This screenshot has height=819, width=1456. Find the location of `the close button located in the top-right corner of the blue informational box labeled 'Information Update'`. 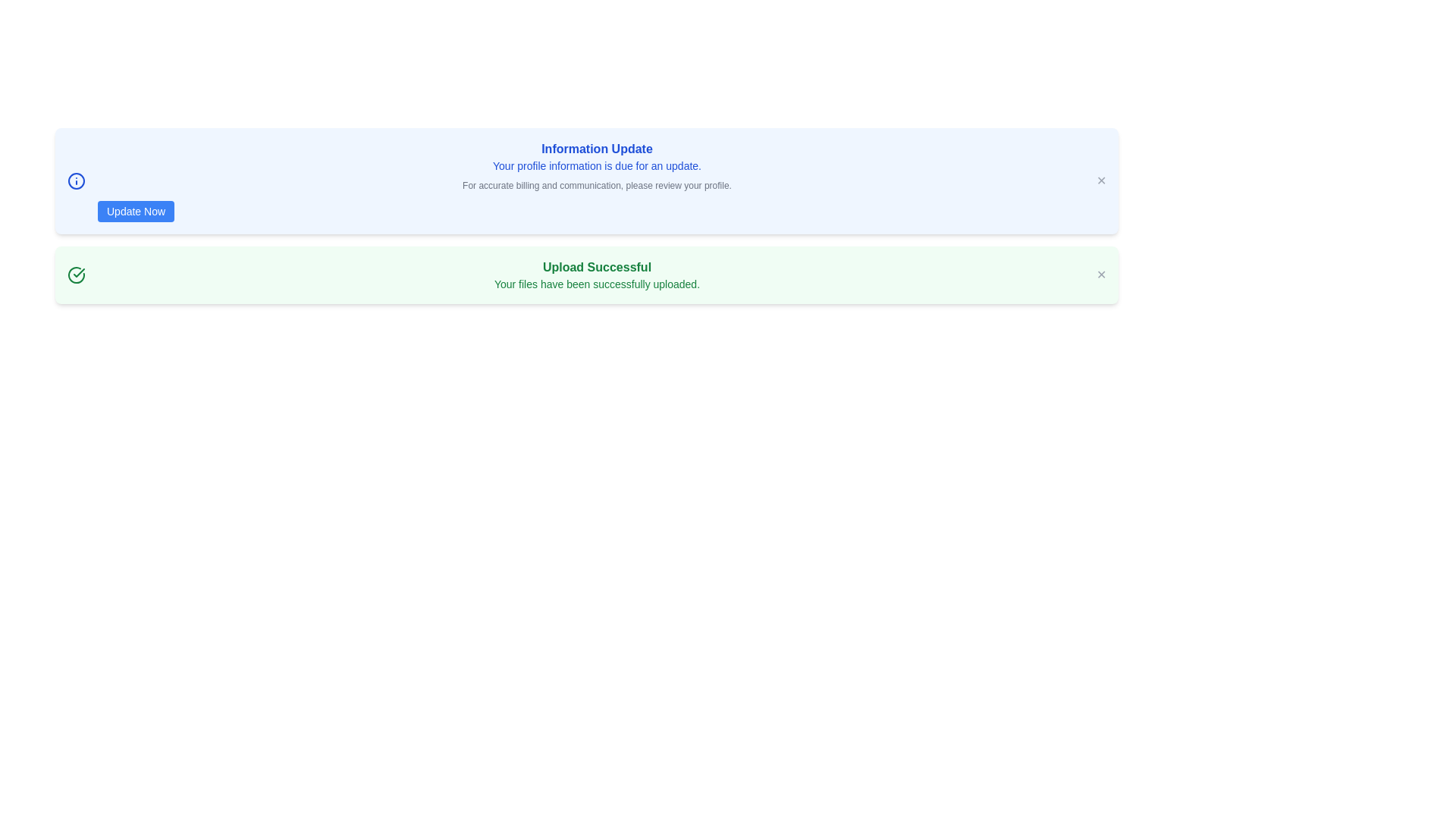

the close button located in the top-right corner of the blue informational box labeled 'Information Update' is located at coordinates (1101, 180).